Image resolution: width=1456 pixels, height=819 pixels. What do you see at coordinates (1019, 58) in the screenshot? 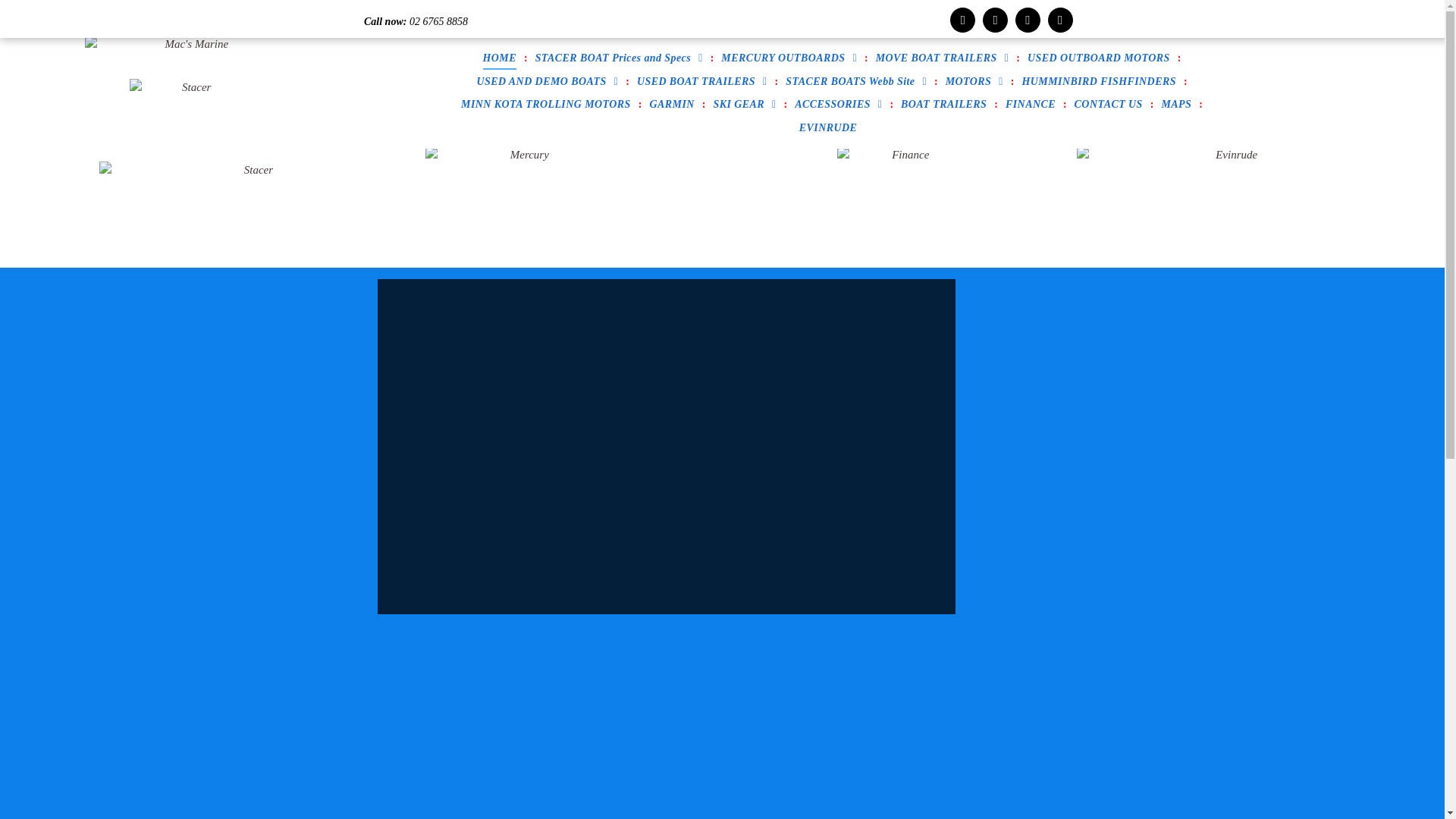
I see `'USED OUTBOARD MOTORS'` at bounding box center [1019, 58].